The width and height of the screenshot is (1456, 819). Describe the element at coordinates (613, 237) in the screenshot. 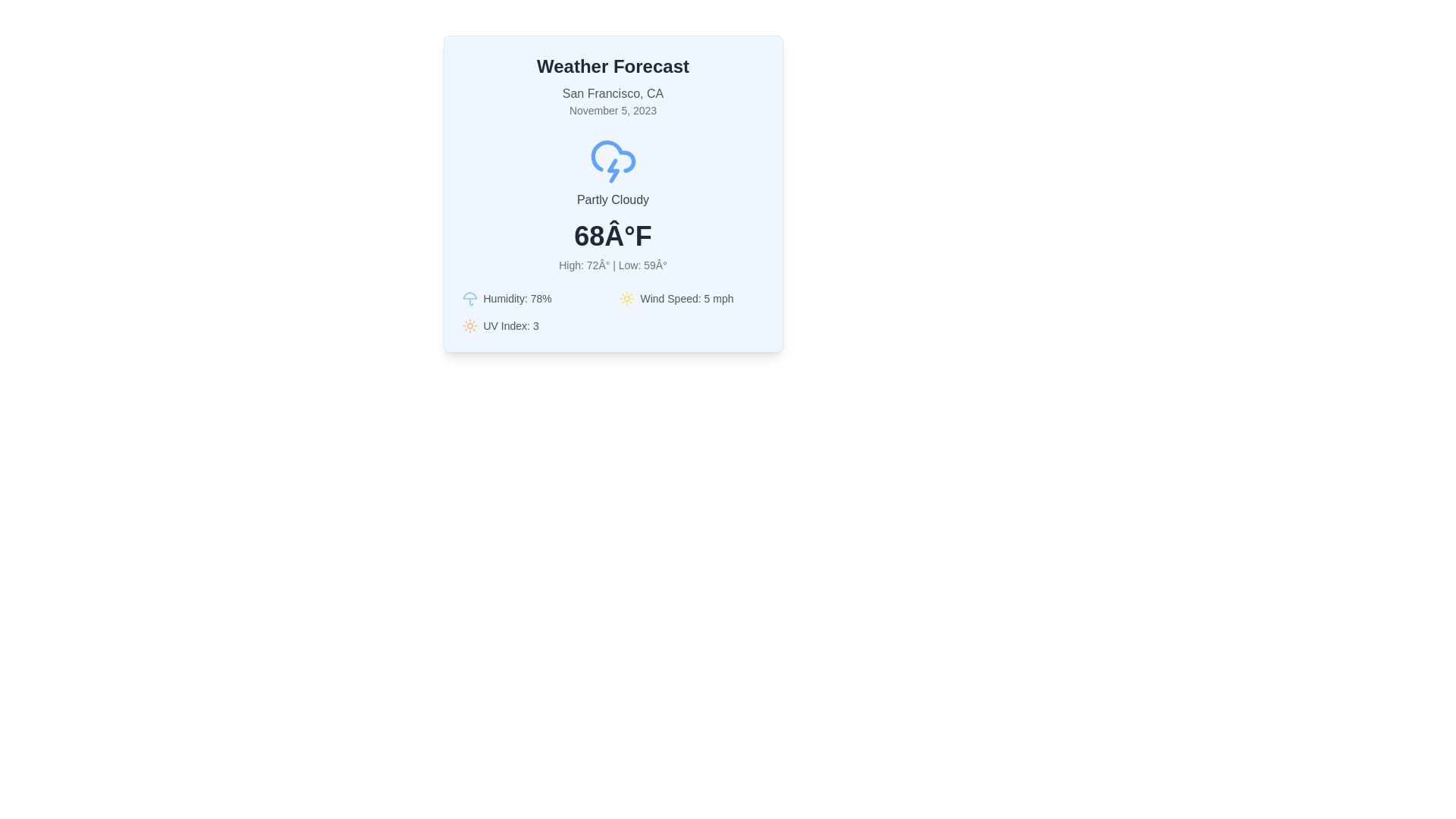

I see `the Text Element displaying '68°F', which is styled in a large, bold serif font and positioned below the 'Partly Cloudy' text` at that location.